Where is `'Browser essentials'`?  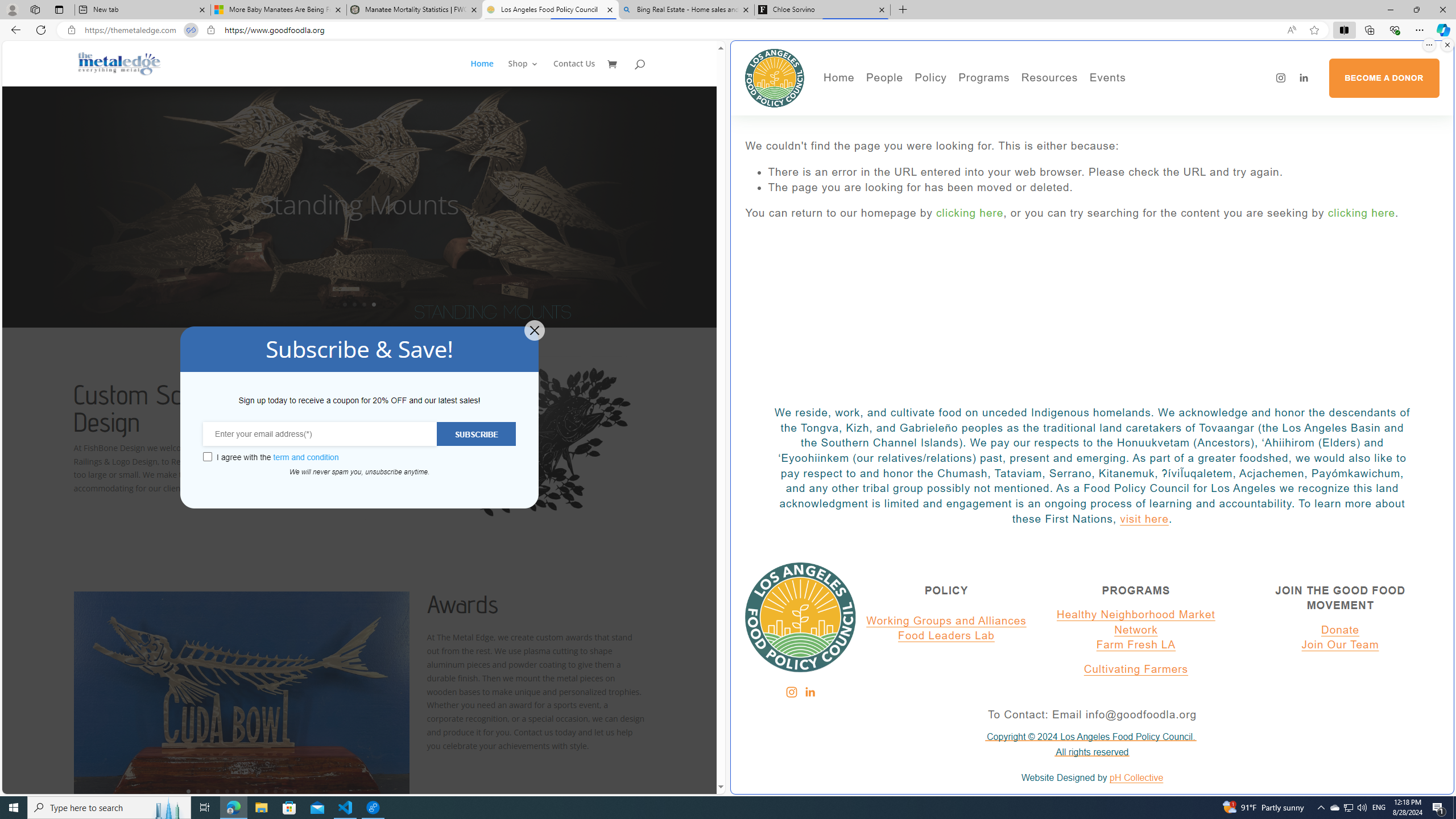
'Browser essentials' is located at coordinates (1394, 29).